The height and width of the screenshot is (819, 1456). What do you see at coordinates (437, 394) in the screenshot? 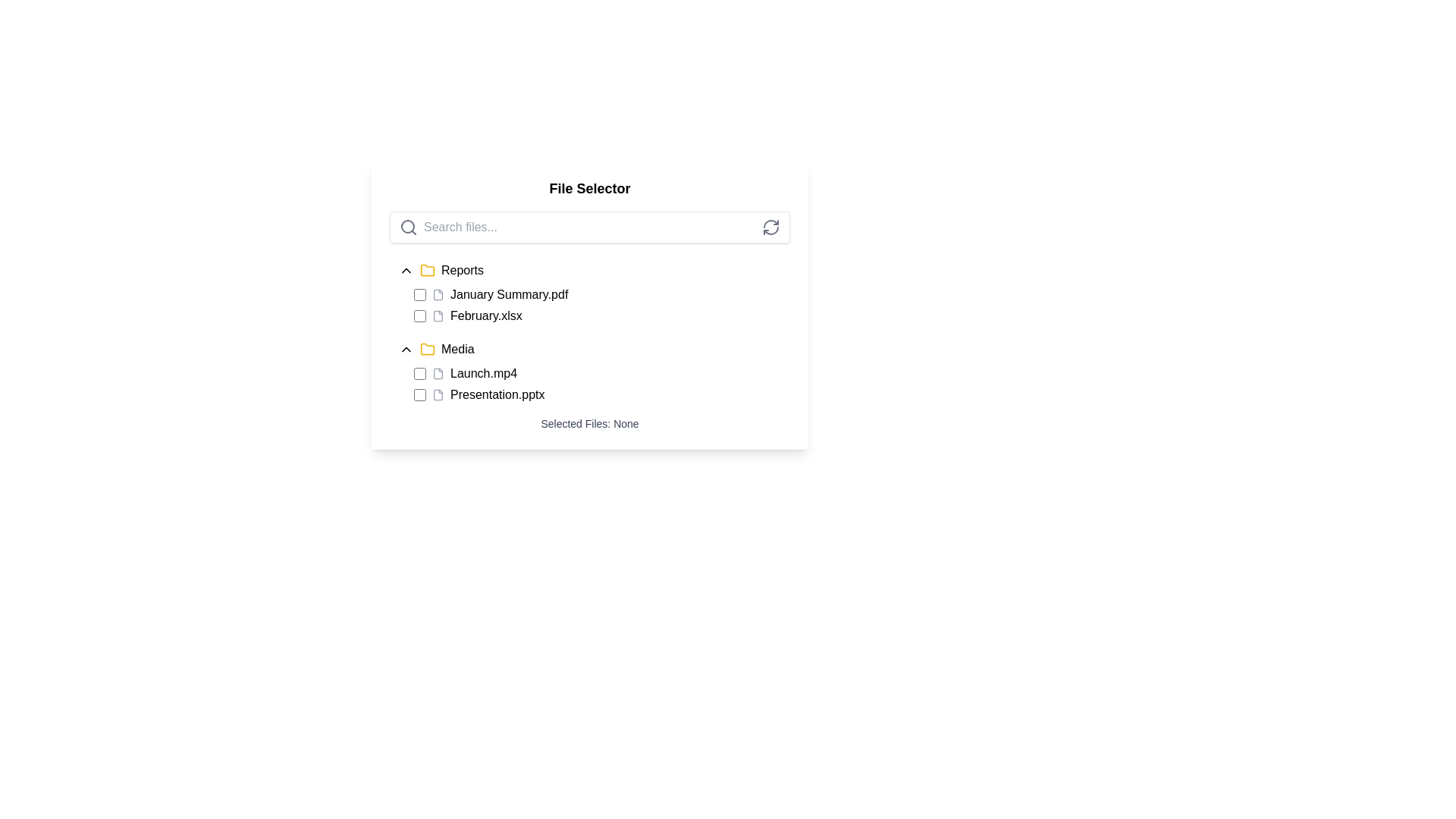
I see `the document icon with a minimalist outline in gray, located next to the text 'Presentation.pptx' under the 'Media' section` at bounding box center [437, 394].